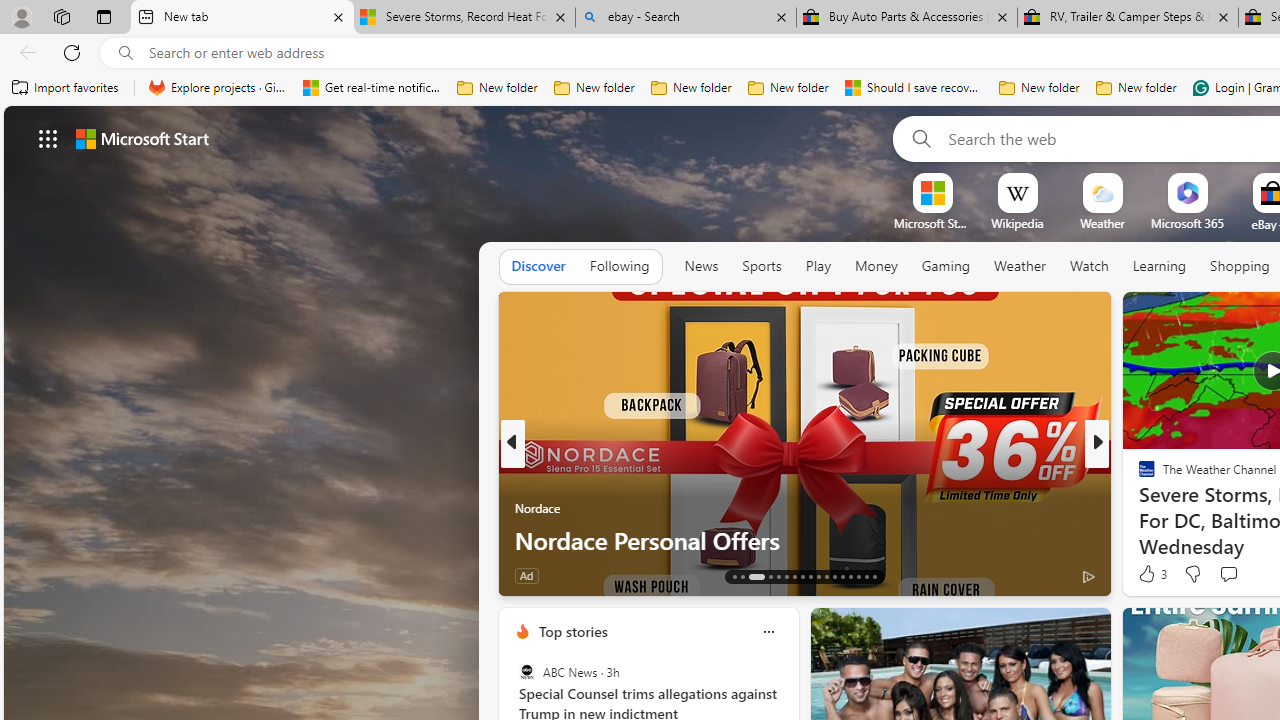 This screenshot has width=1280, height=720. I want to click on 'Like', so click(1140, 575).